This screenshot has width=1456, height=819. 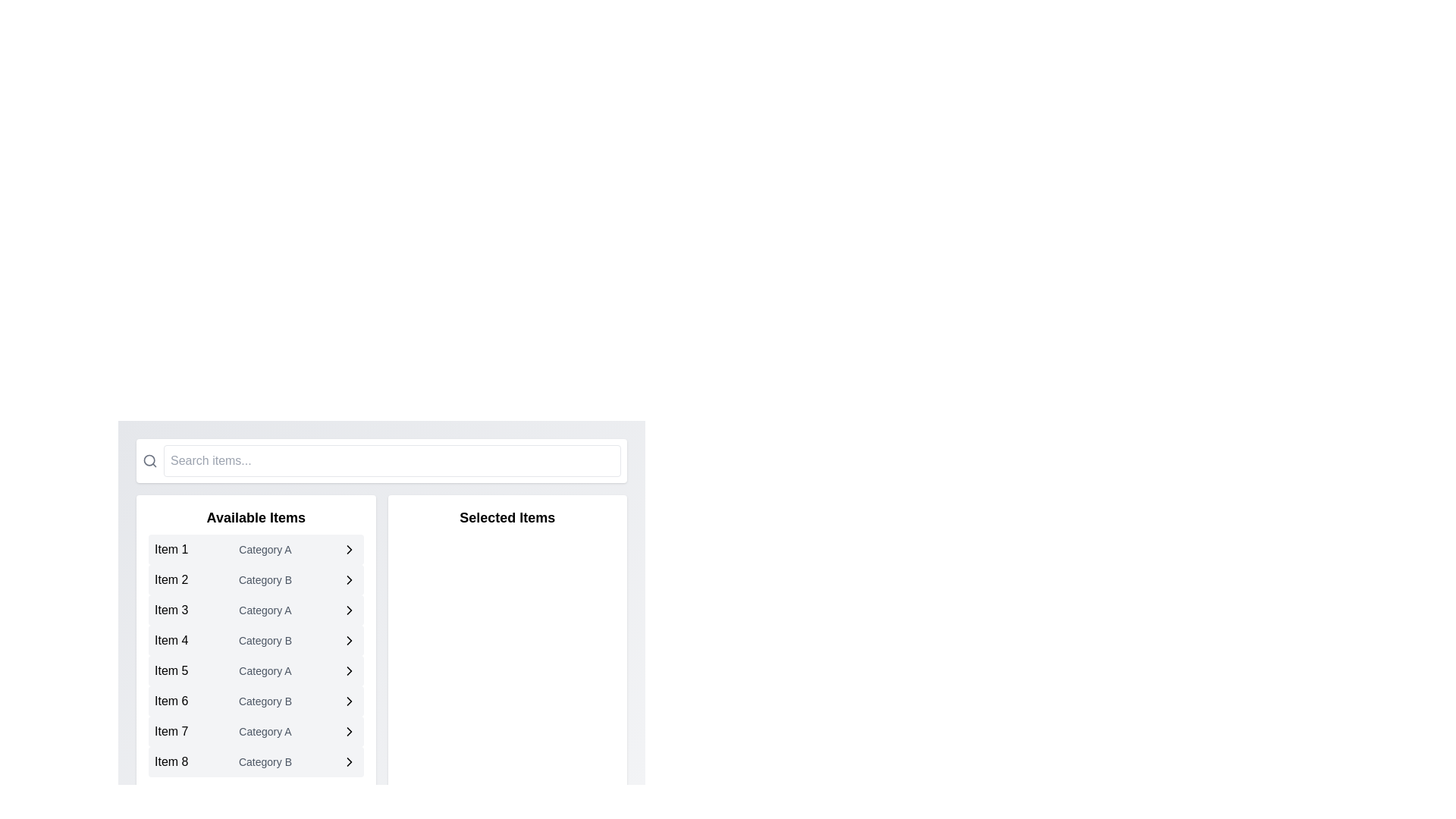 What do you see at coordinates (265, 610) in the screenshot?
I see `text label located below 'Item 3' in the 'Available Items' list, which categorizes or labels the item above it` at bounding box center [265, 610].